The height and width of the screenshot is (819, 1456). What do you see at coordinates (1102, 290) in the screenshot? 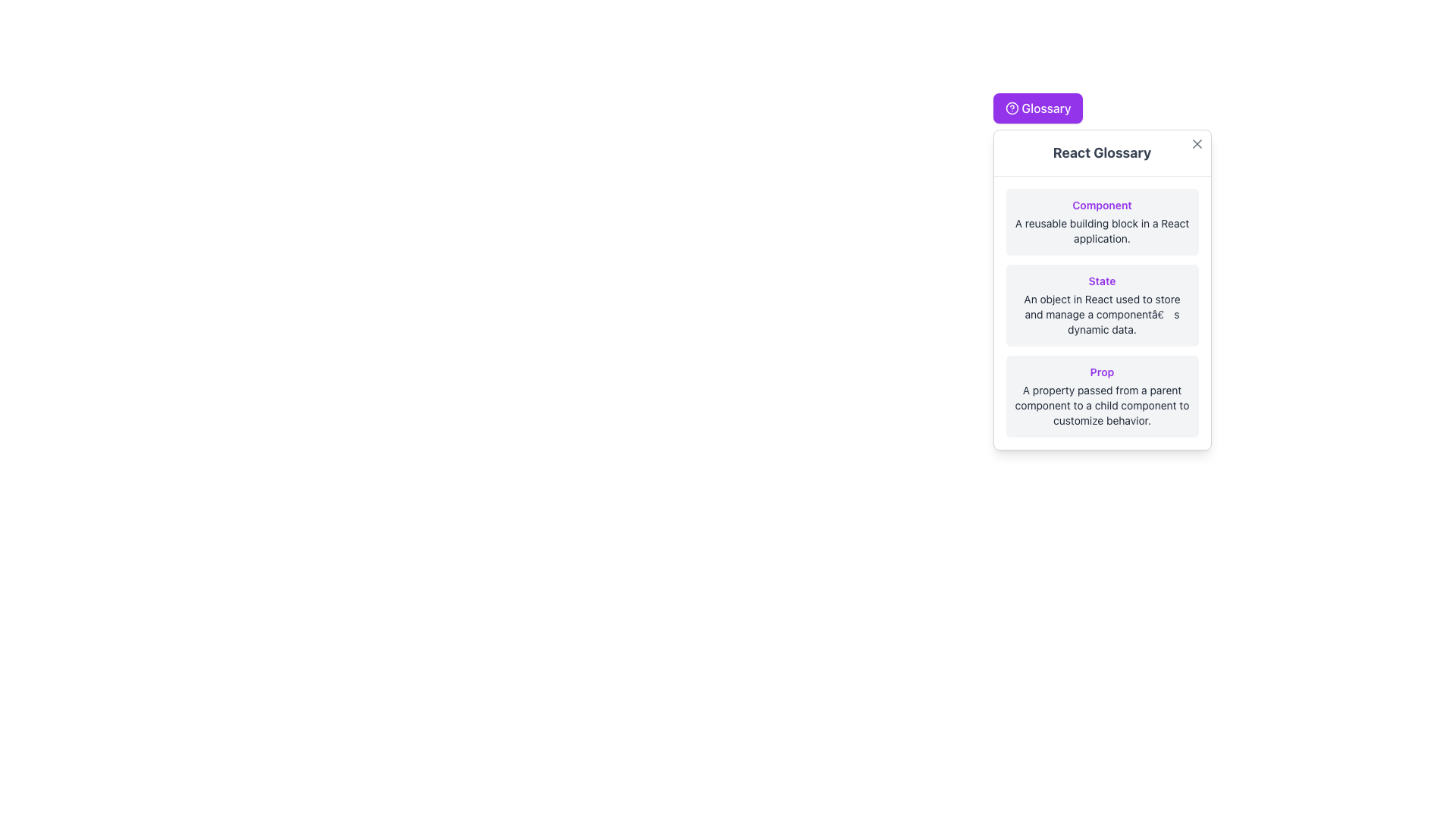
I see `the Text block titled 'React Glossary', specifically focusing on the second subsection that contains a purple highlighted label` at bounding box center [1102, 290].